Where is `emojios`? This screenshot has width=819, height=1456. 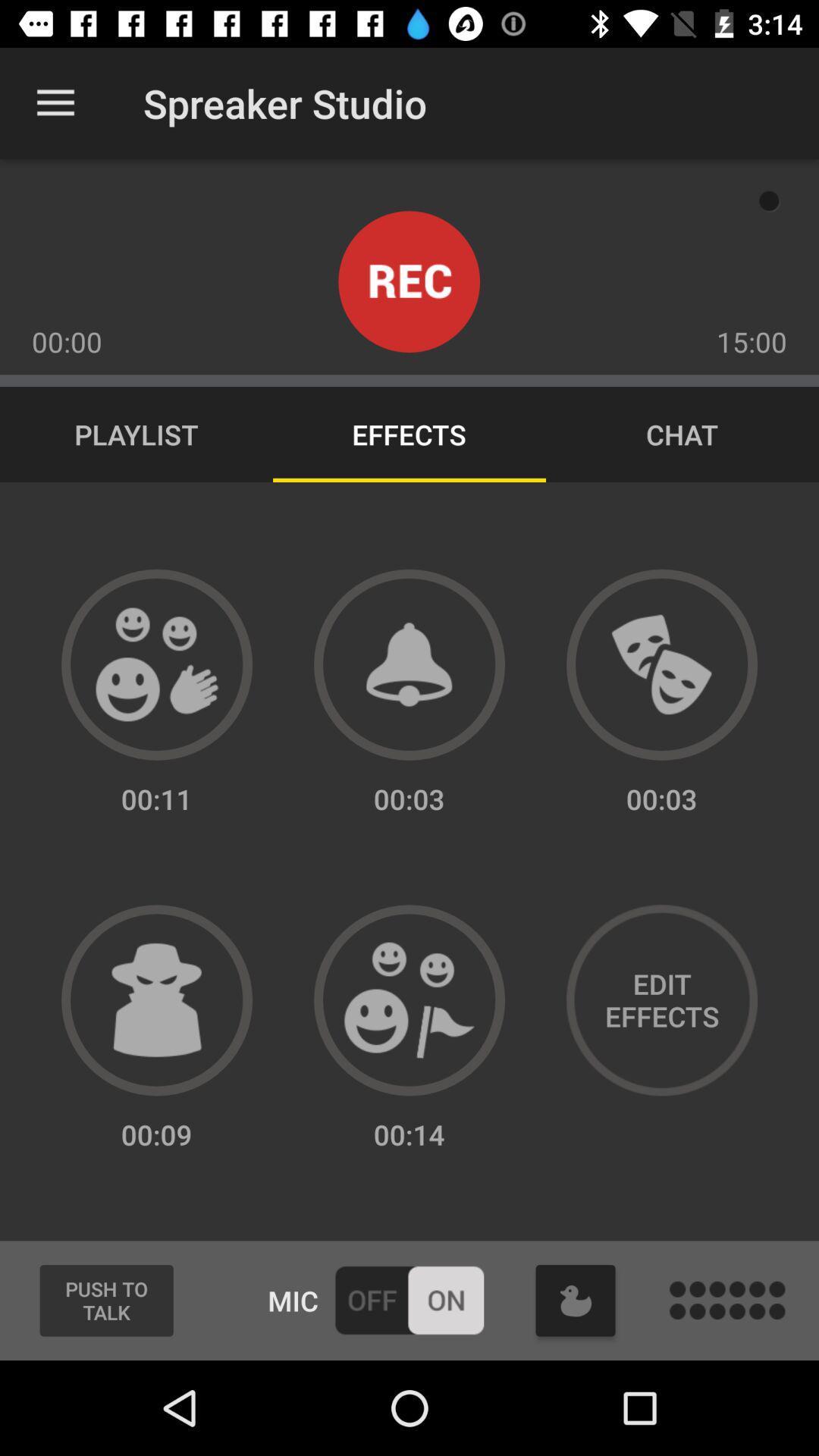 emojios is located at coordinates (157, 664).